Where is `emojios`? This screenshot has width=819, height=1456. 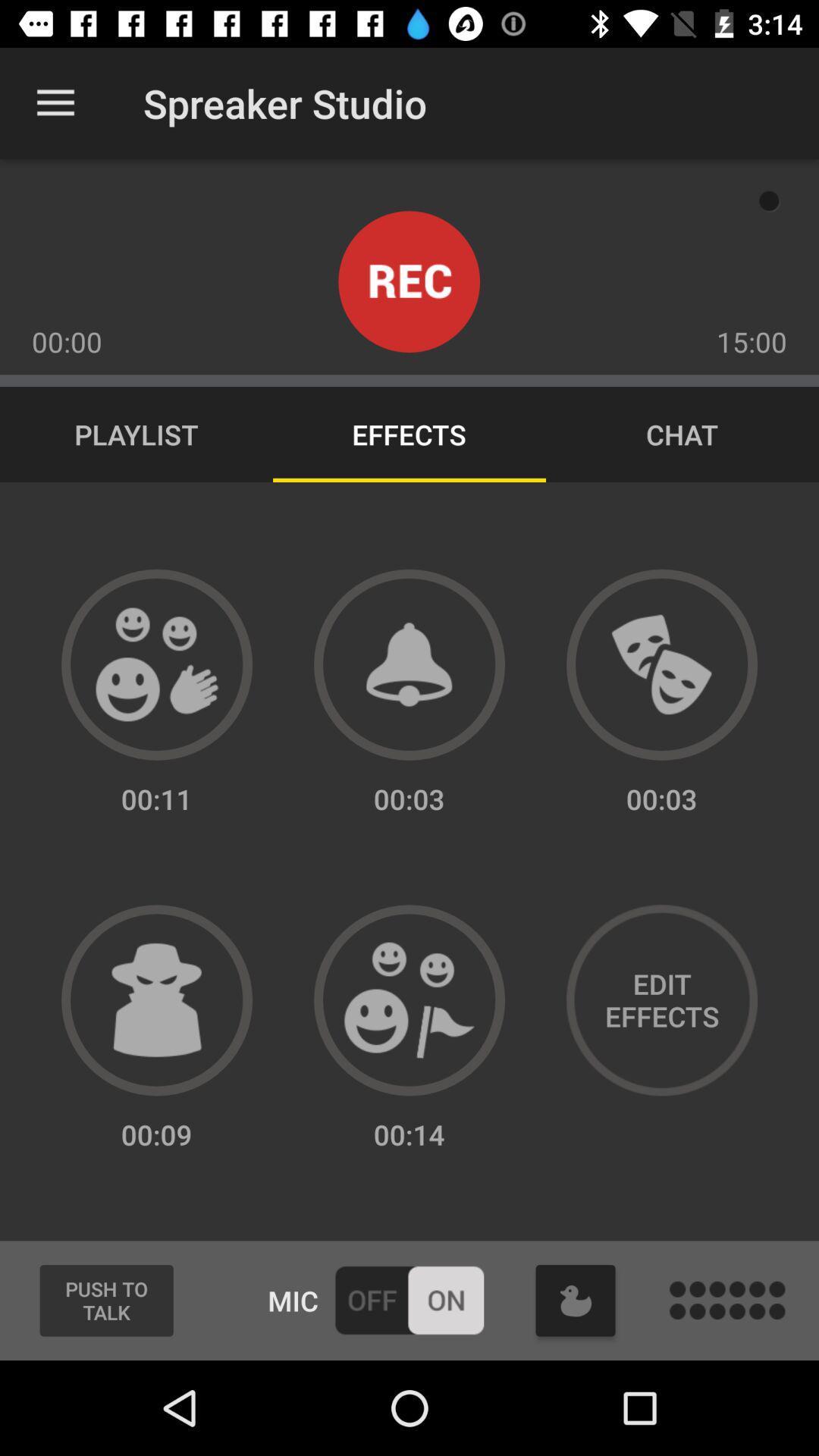 emojios is located at coordinates (157, 664).